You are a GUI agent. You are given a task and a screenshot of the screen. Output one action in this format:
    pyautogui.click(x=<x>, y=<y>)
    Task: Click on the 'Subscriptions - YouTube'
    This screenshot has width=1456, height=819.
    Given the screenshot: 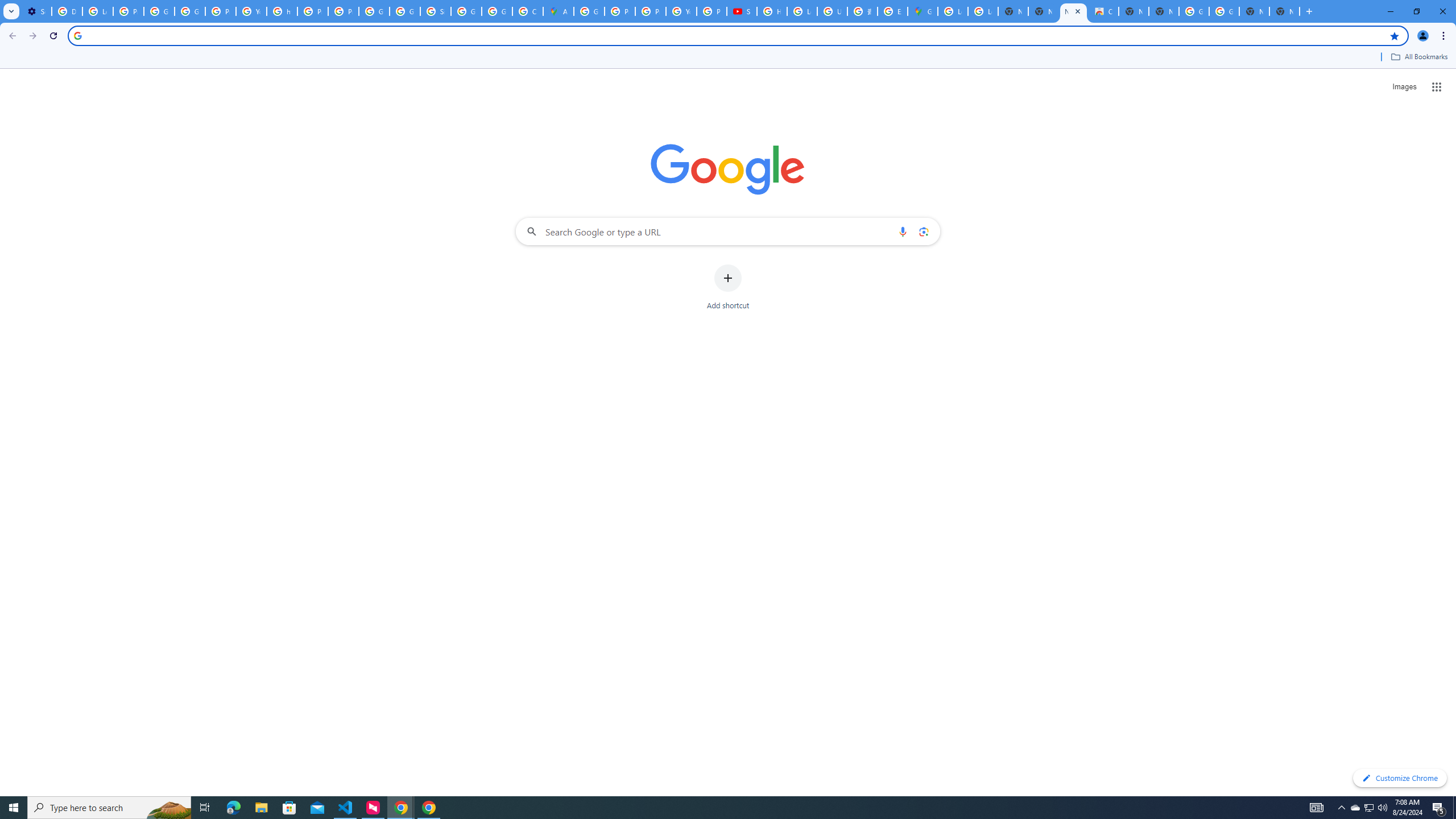 What is the action you would take?
    pyautogui.click(x=742, y=11)
    